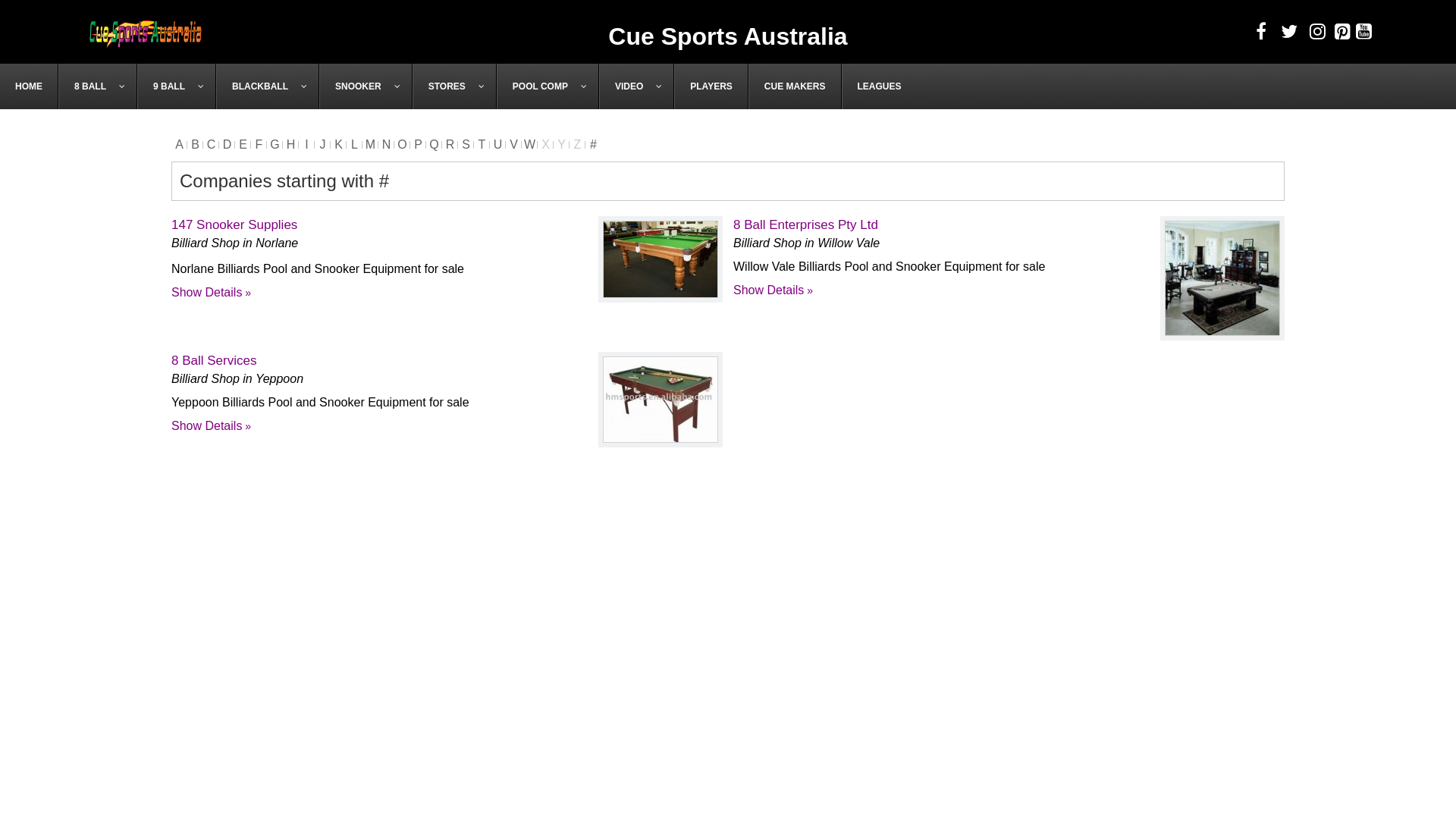 This screenshot has height=819, width=1456. What do you see at coordinates (179, 144) in the screenshot?
I see `'A'` at bounding box center [179, 144].